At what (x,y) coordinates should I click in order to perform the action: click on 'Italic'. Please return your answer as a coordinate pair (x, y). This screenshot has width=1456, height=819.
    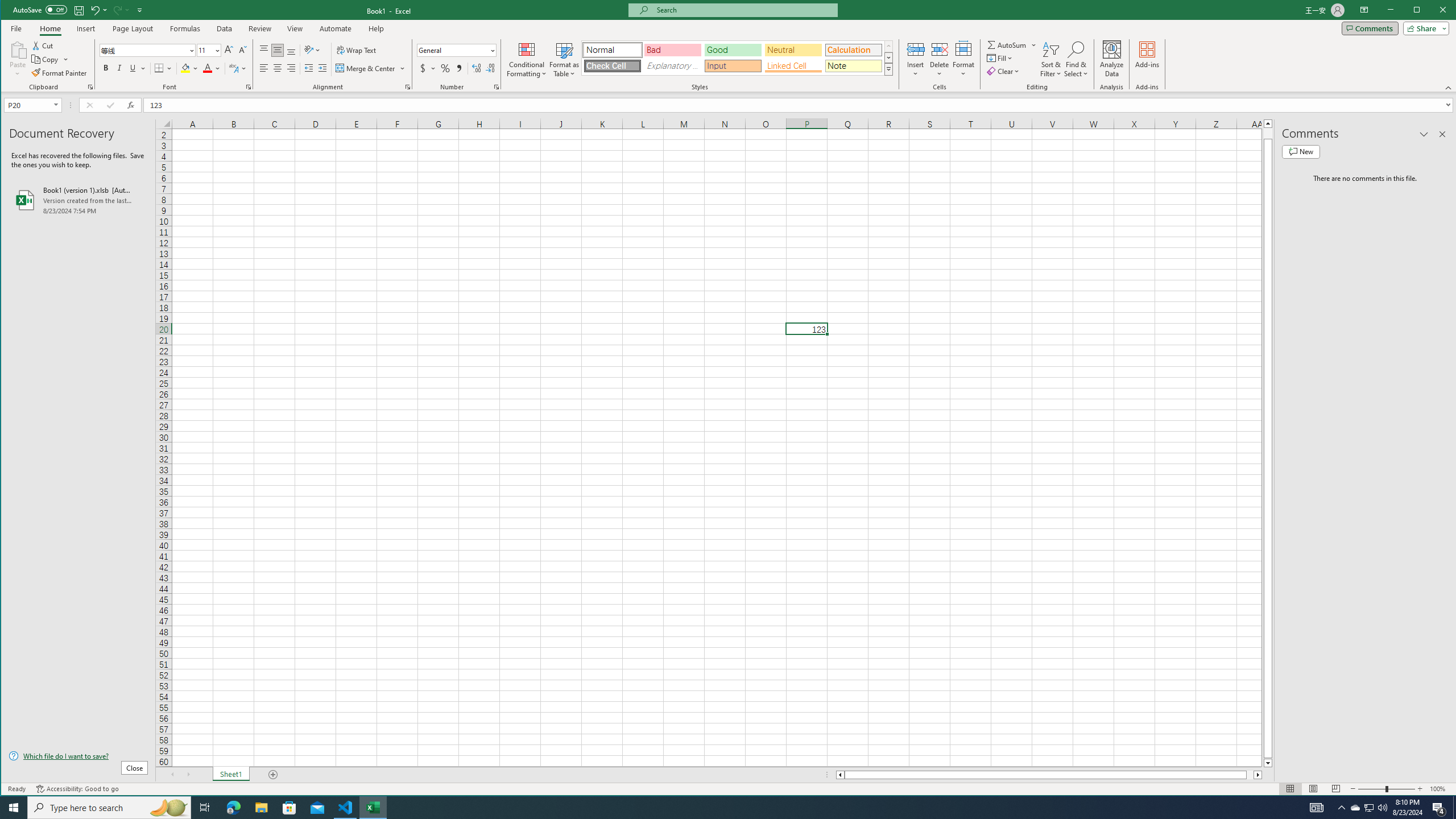
    Looking at the image, I should click on (118, 68).